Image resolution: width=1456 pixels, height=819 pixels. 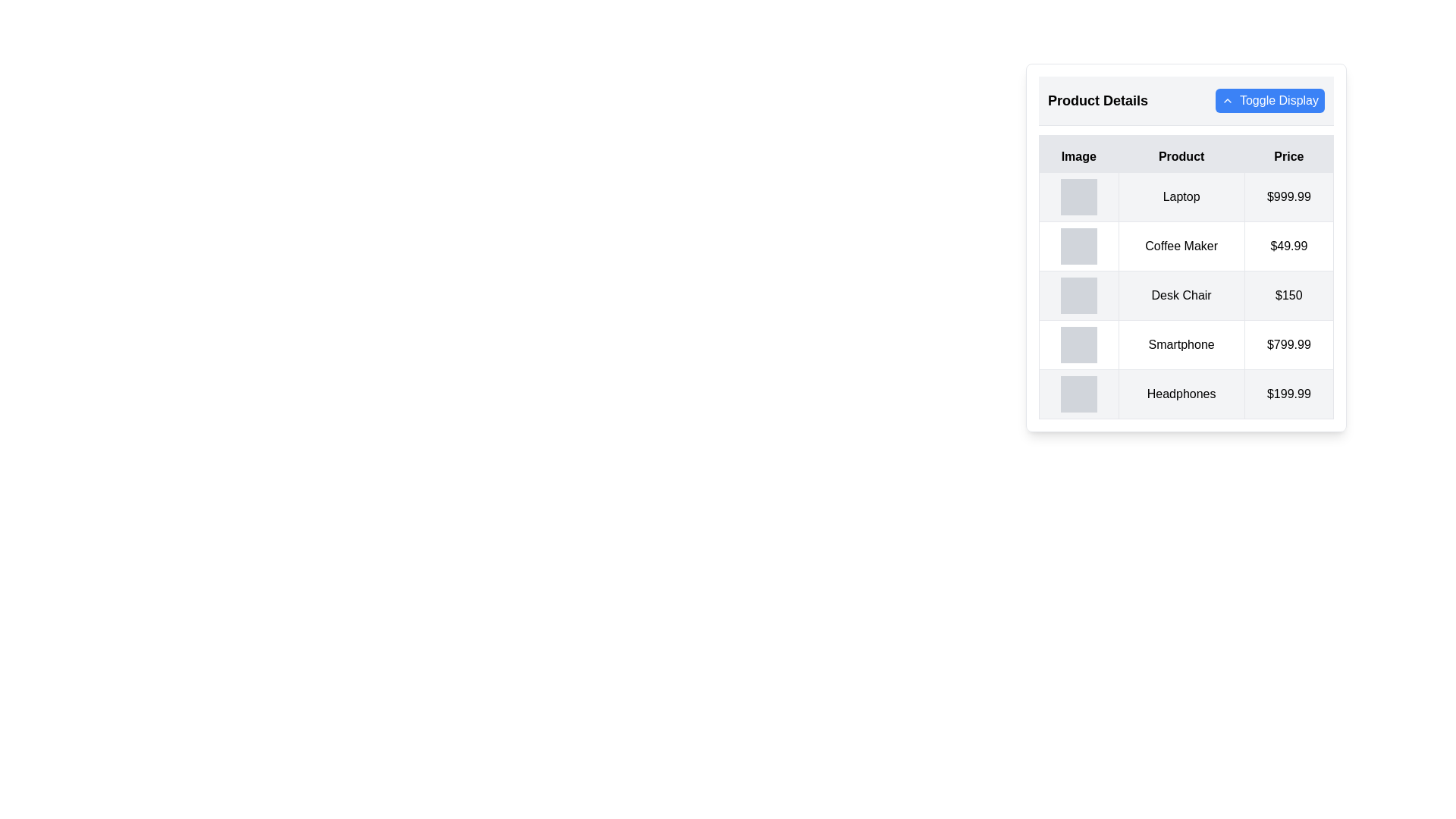 I want to click on the image display placeholder for the product 'Desk Chair' located in the third row under the 'Image' column, so click(x=1078, y=295).